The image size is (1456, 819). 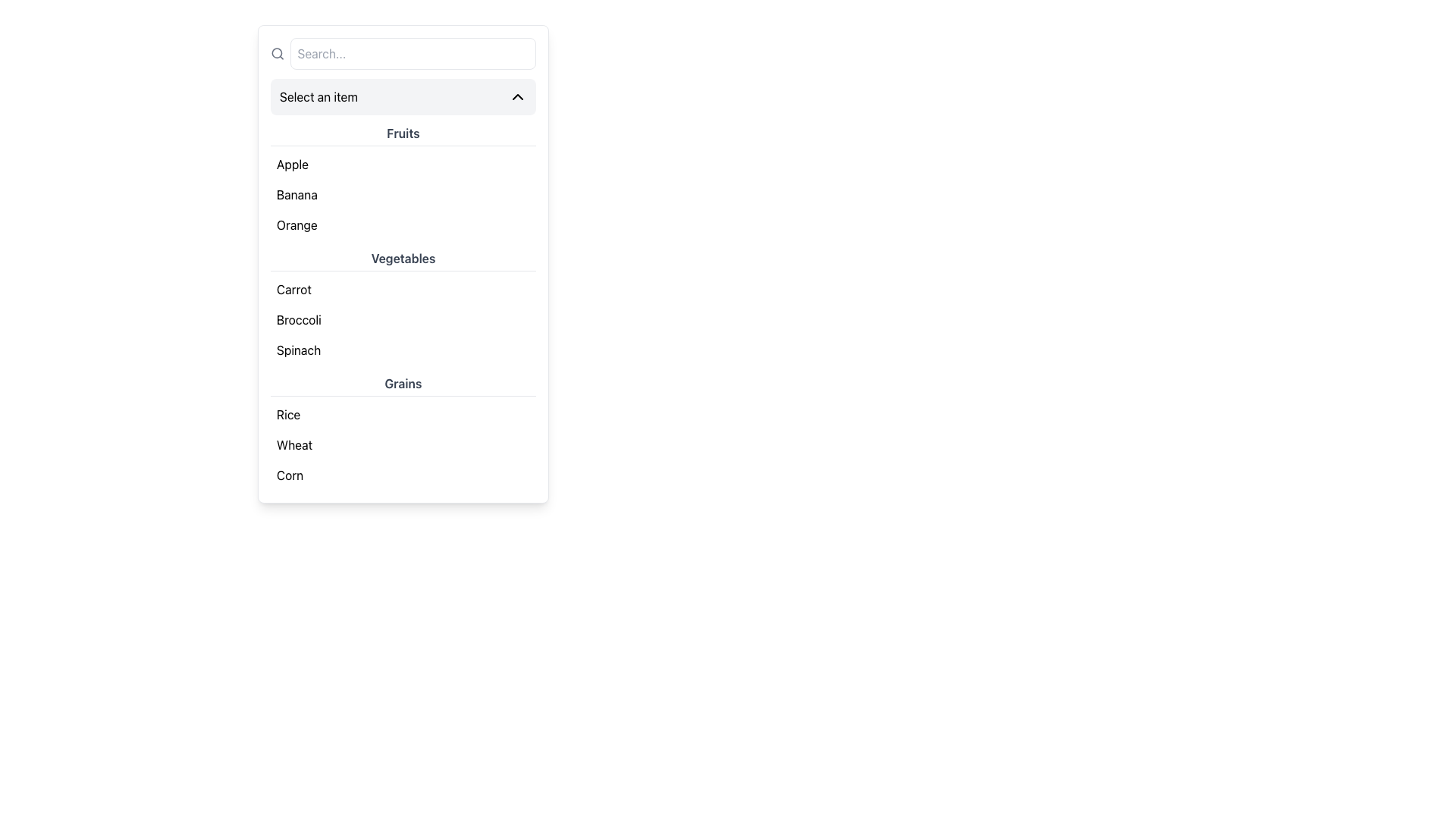 I want to click on the list item representing 'Broccoli', which is the second item in the 'Vegetables' section of the list, so click(x=403, y=318).